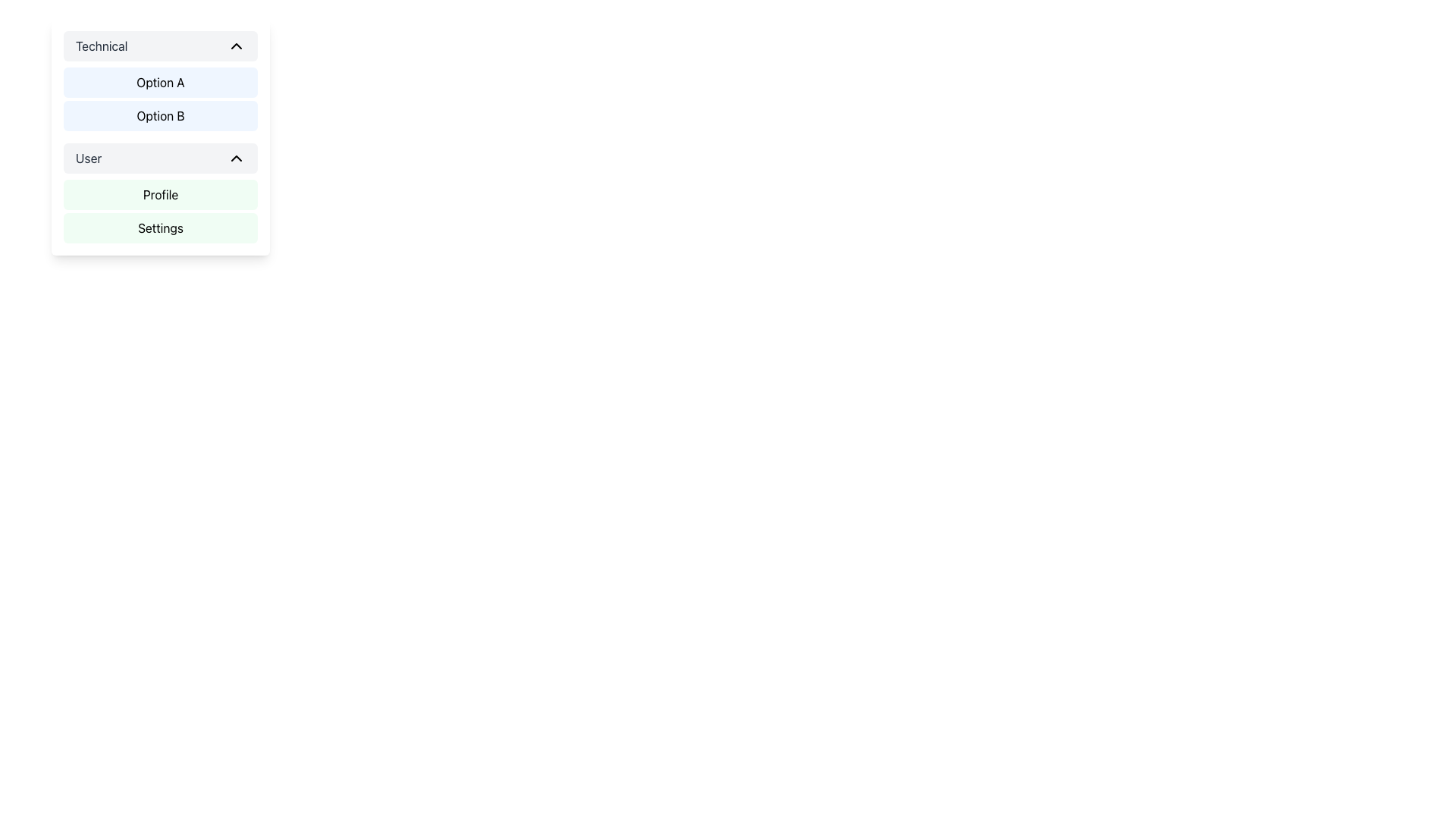  Describe the element at coordinates (236, 45) in the screenshot. I see `the upward-facing chevron icon styled in black, located at the right end of the 'Technical' bar with a light gray background` at that location.